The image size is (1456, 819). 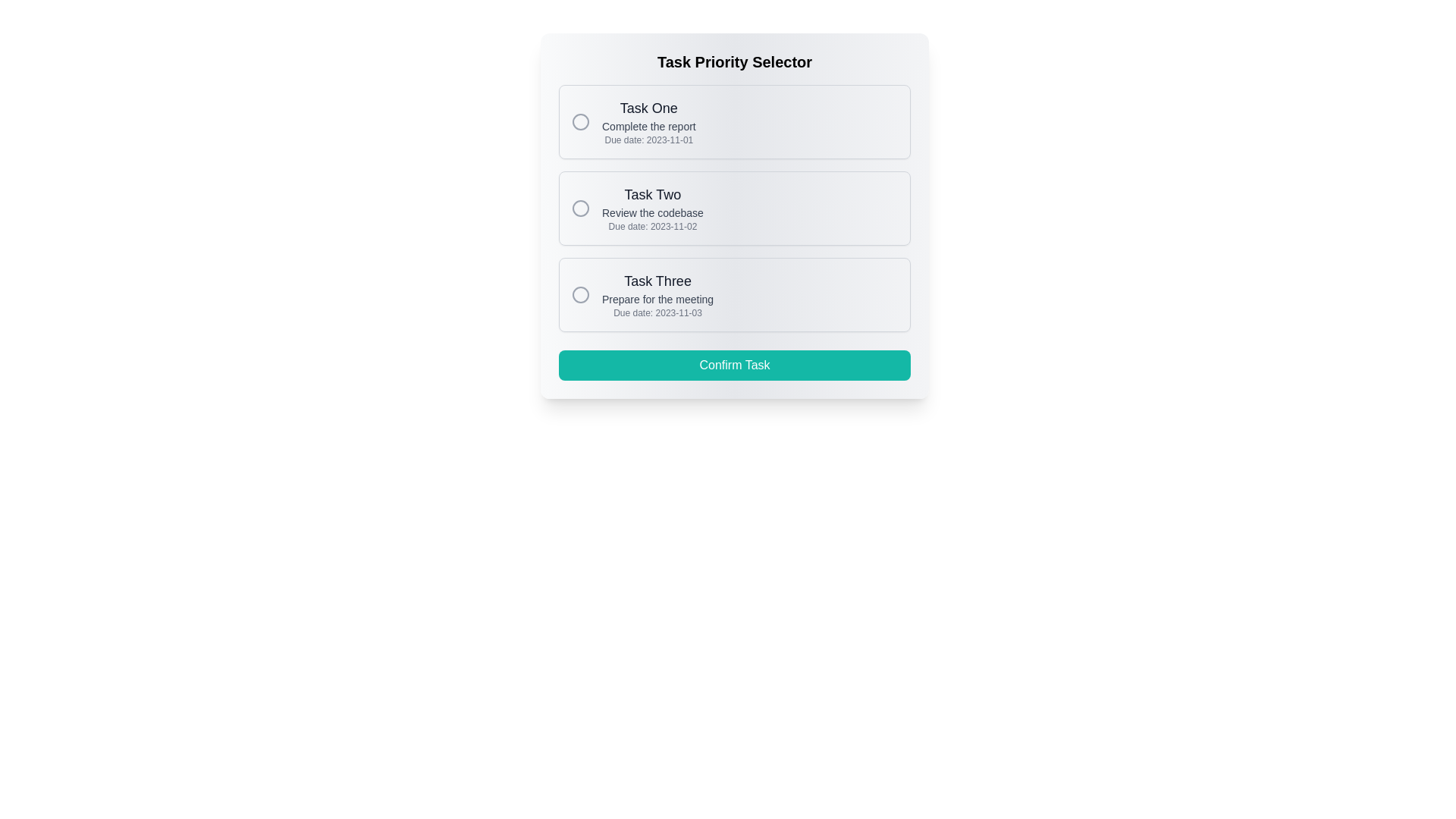 I want to click on the text label displaying the title or name of the task, which is positioned in the second task card, above the description and due date, so click(x=652, y=194).